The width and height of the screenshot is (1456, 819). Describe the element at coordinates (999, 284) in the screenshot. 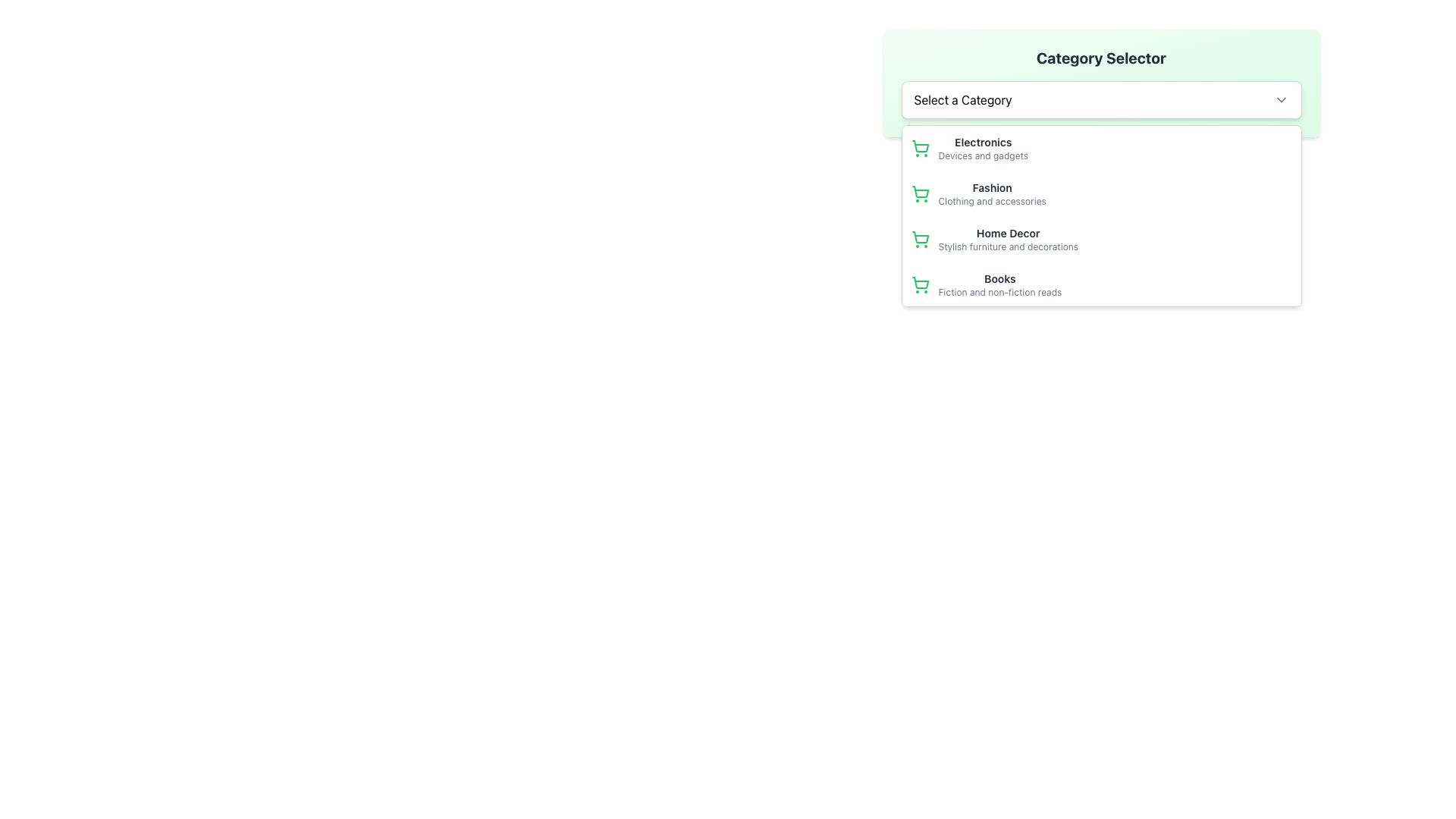

I see `the 'Books' category in the dropdown menu, which is the third option under 'Select a Category', styled with a bold label and a lighter subtitle` at that location.